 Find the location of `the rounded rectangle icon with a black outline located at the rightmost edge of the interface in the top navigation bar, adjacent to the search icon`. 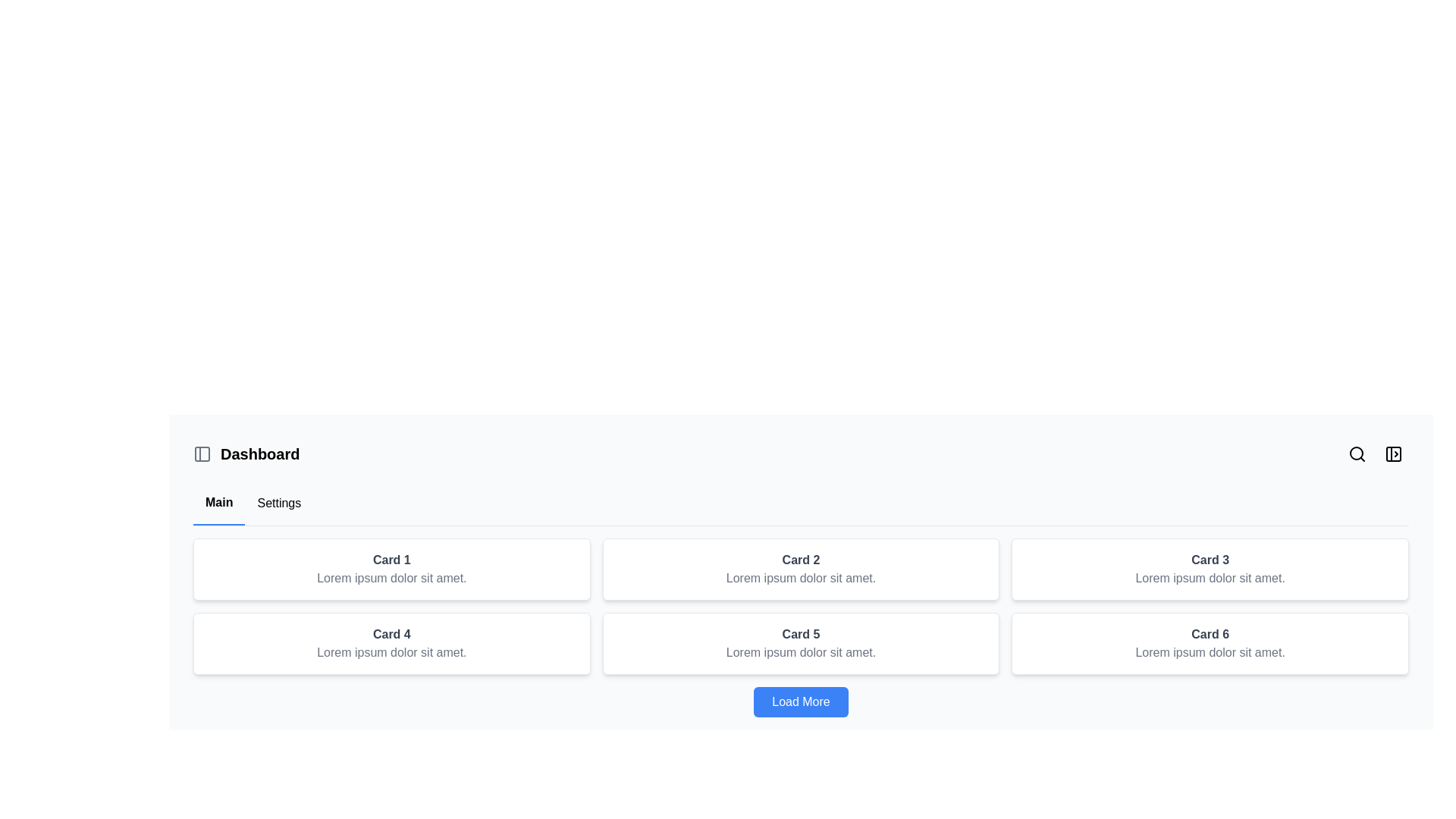

the rounded rectangle icon with a black outline located at the rightmost edge of the interface in the top navigation bar, adjacent to the search icon is located at coordinates (1394, 453).